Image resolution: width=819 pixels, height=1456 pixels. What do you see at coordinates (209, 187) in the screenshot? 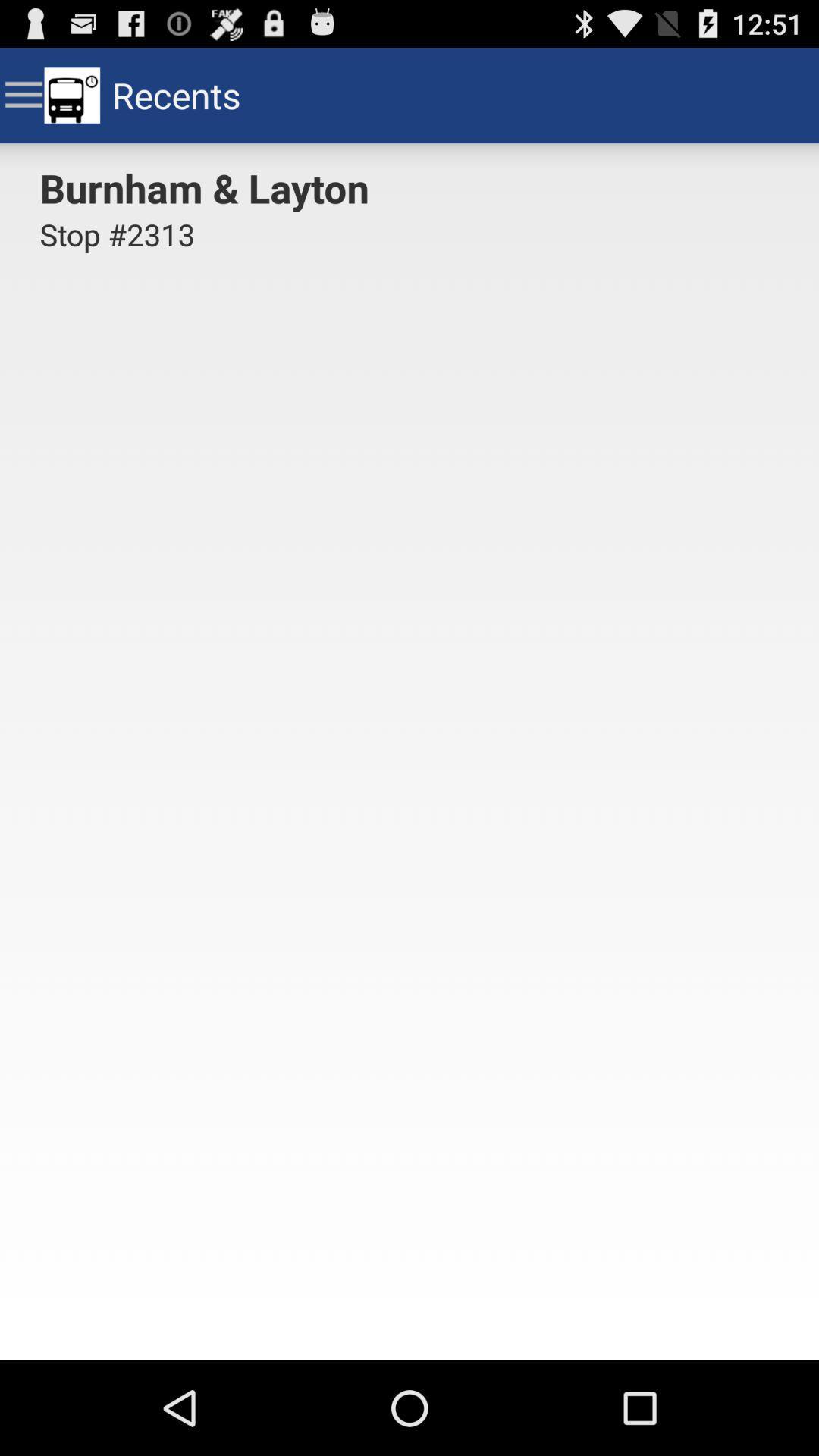
I see `the item above stop #2313` at bounding box center [209, 187].